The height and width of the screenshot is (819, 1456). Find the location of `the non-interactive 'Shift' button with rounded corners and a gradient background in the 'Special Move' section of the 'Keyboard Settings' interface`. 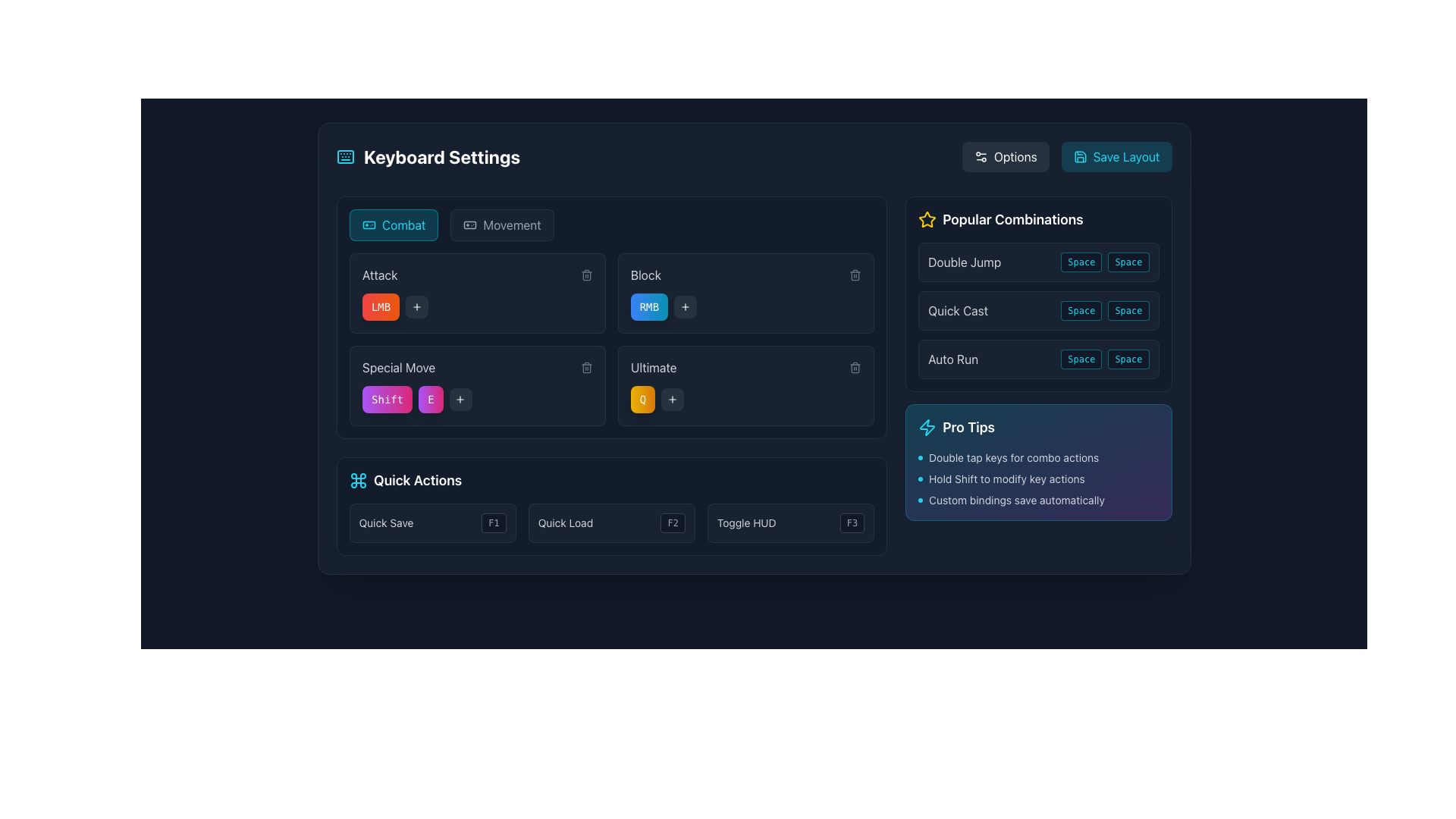

the non-interactive 'Shift' button with rounded corners and a gradient background in the 'Special Move' section of the 'Keyboard Settings' interface is located at coordinates (387, 399).